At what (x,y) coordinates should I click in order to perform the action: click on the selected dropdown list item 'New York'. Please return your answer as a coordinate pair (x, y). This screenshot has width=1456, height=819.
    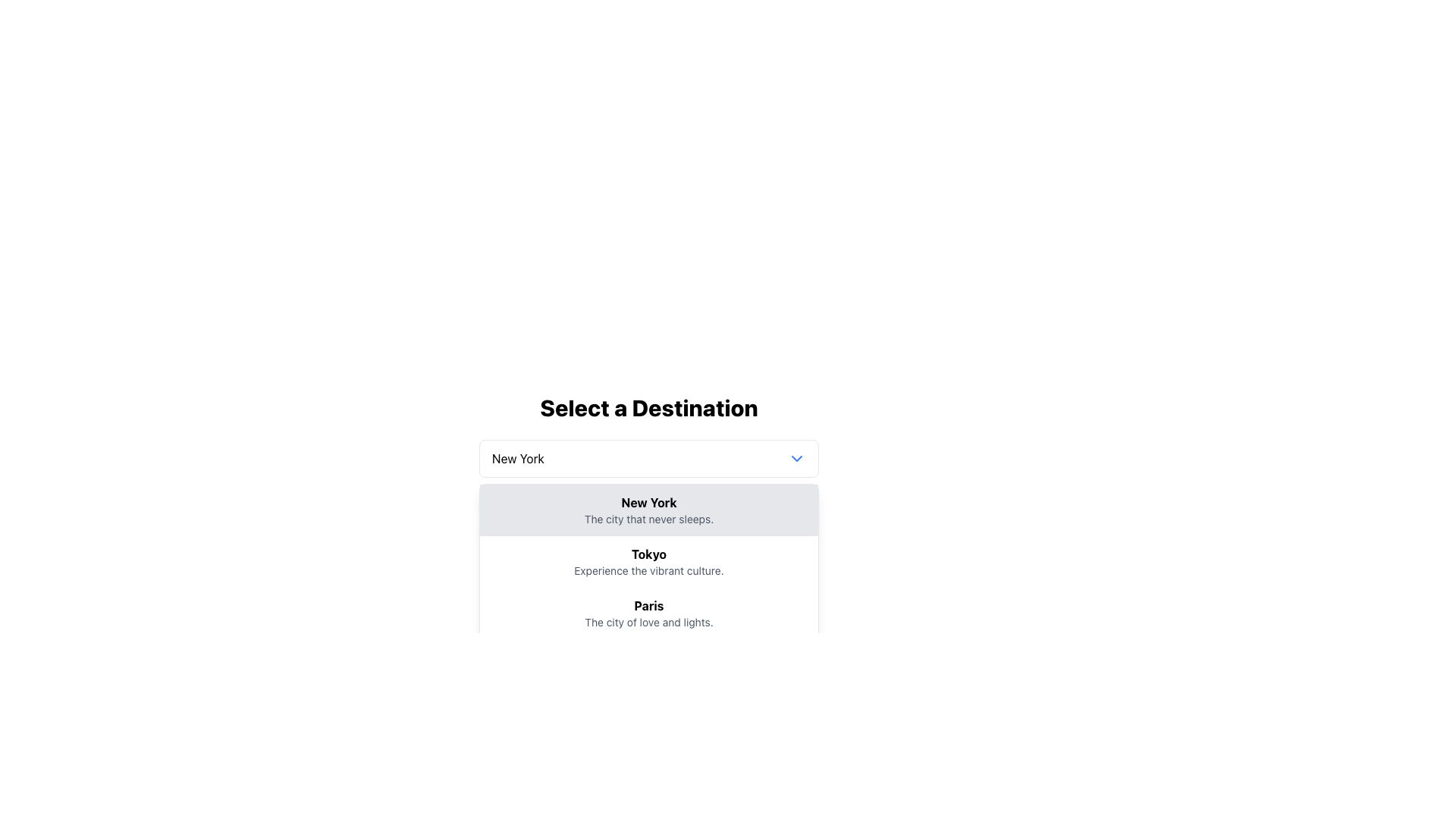
    Looking at the image, I should click on (648, 492).